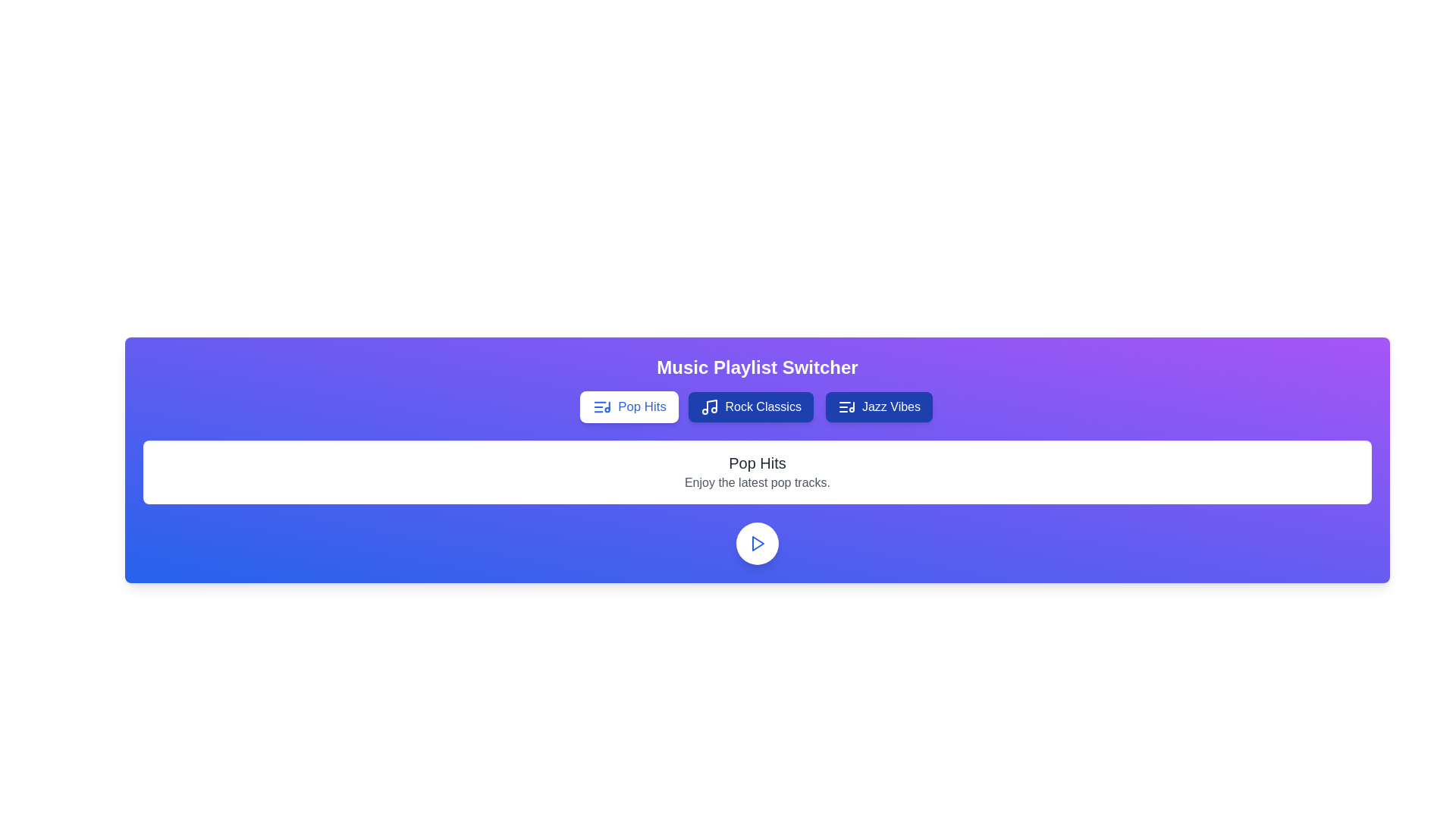 This screenshot has height=819, width=1456. Describe the element at coordinates (757, 543) in the screenshot. I see `the circular button with a white background and a blue play icon located at the bottom center of the gradient purple card interface` at that location.